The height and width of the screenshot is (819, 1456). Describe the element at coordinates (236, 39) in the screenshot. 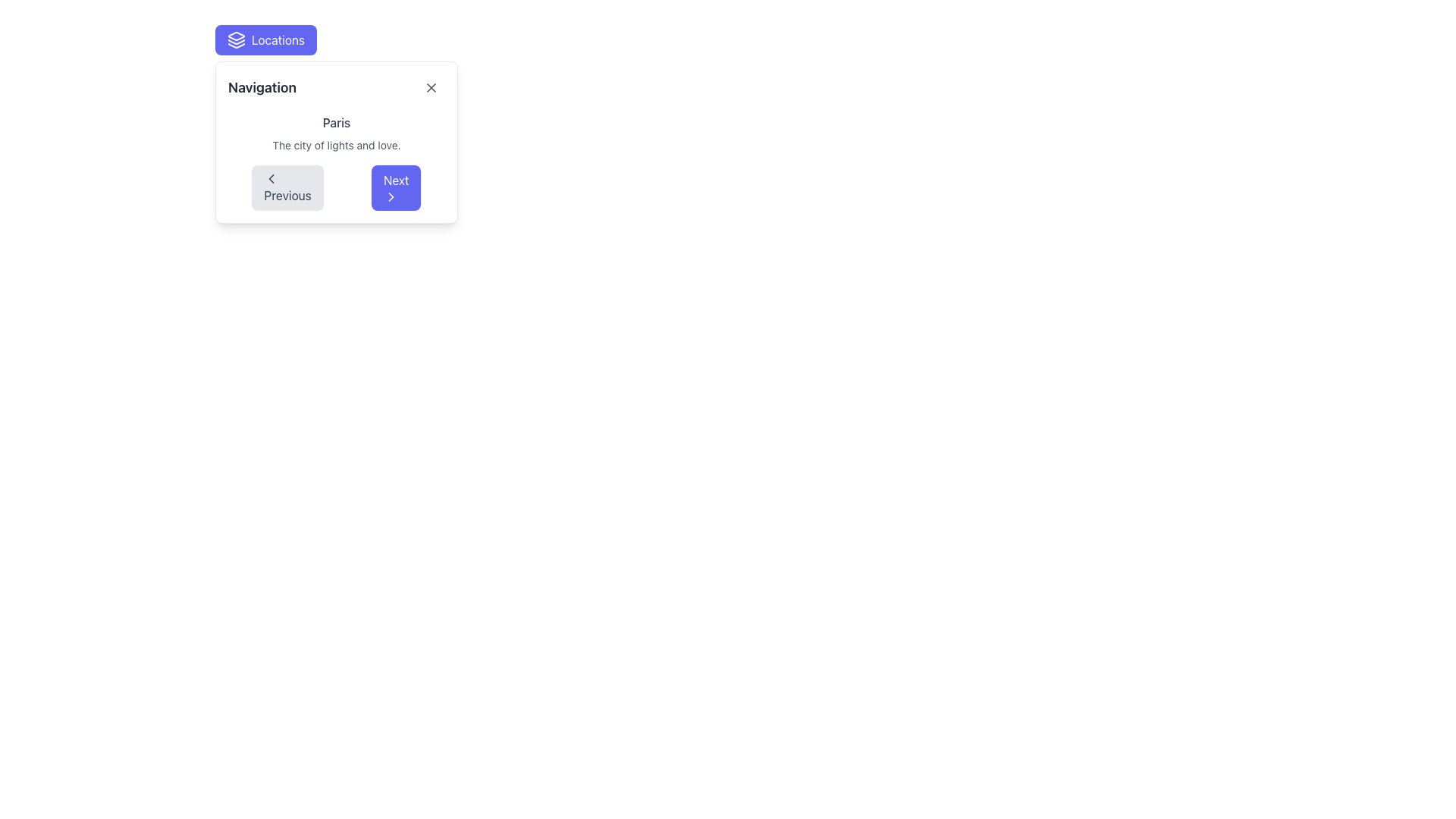

I see `the icon styled with a layered pattern that is located to the left of the 'Locations' text label within a rectangular button with a purple background` at that location.